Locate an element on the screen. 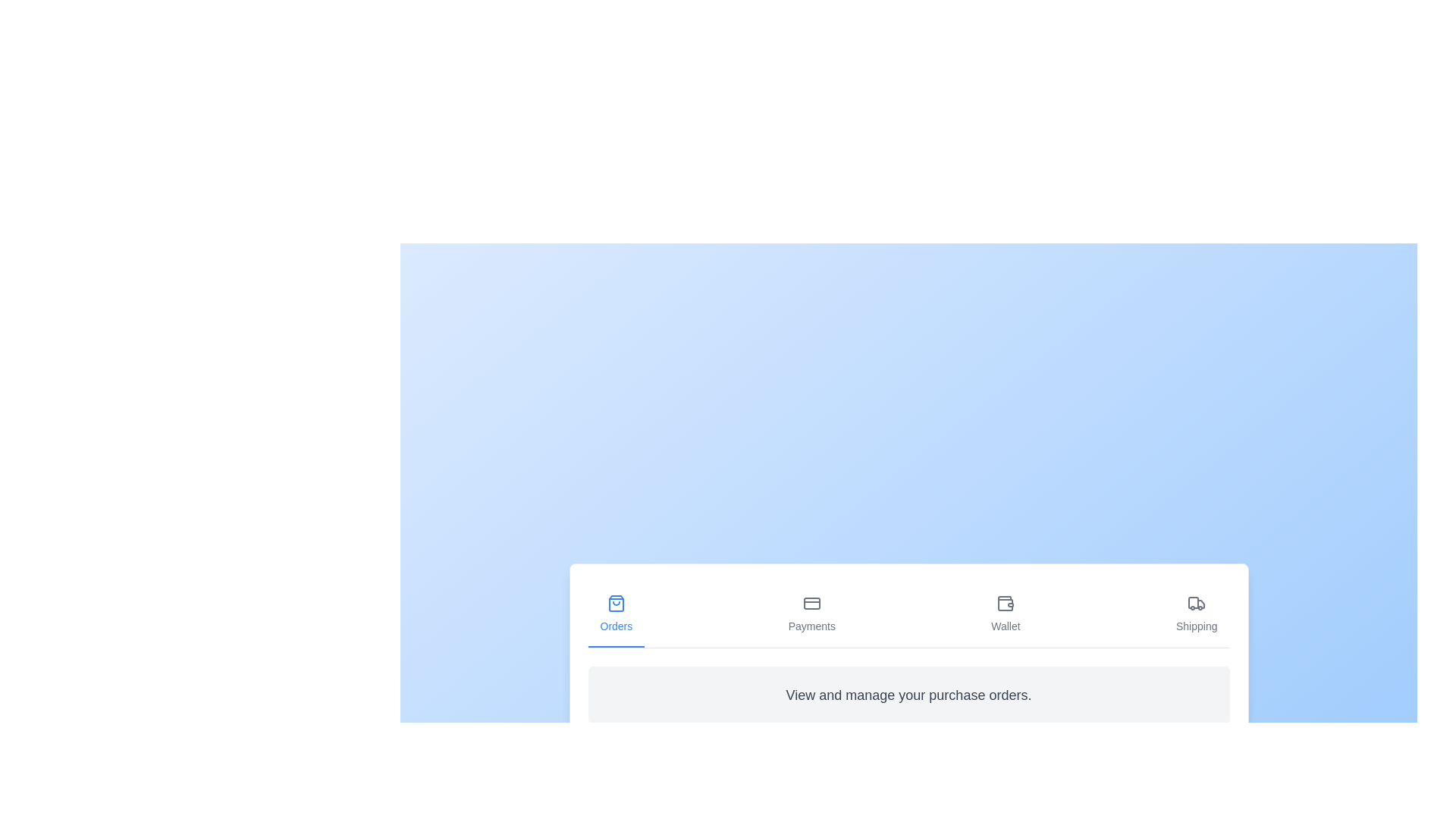 The height and width of the screenshot is (819, 1456). the 'Orders' label text located beneath the shopping bag icon in the horizontal menu to potentially display additional information is located at coordinates (616, 626).